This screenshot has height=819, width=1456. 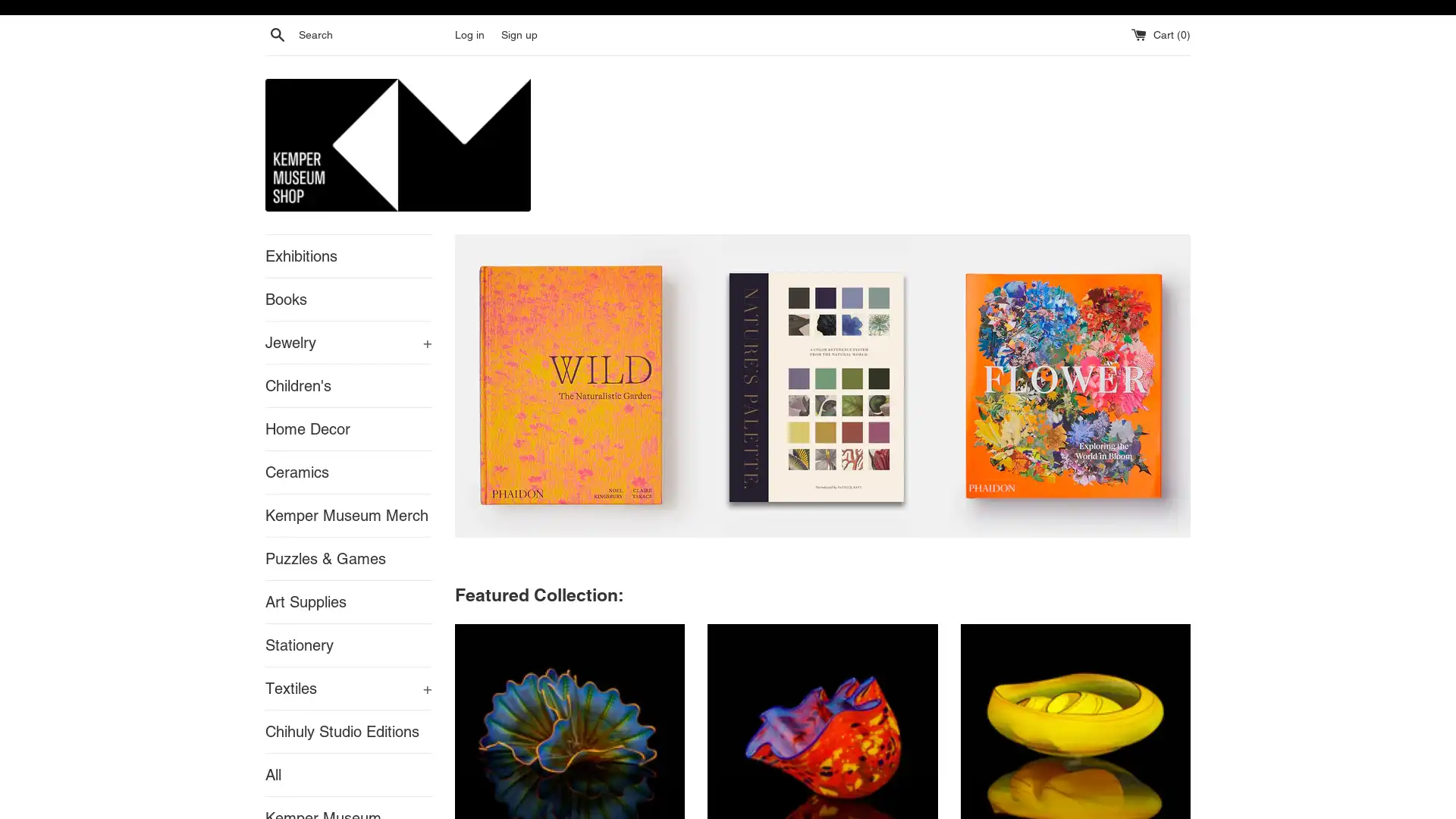 I want to click on Search, so click(x=277, y=34).